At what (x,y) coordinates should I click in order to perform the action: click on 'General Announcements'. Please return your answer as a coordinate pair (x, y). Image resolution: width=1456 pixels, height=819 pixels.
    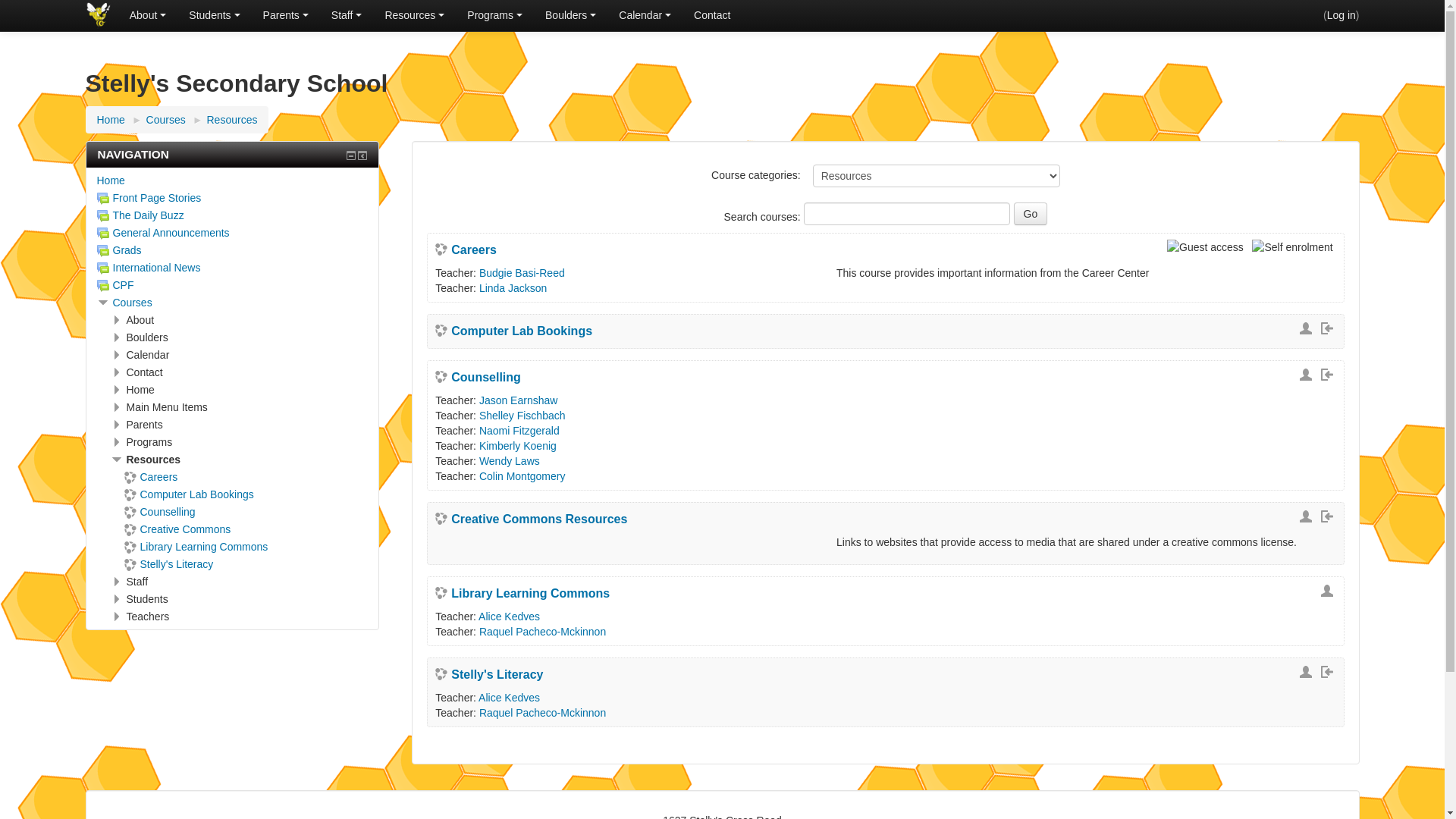
    Looking at the image, I should click on (96, 233).